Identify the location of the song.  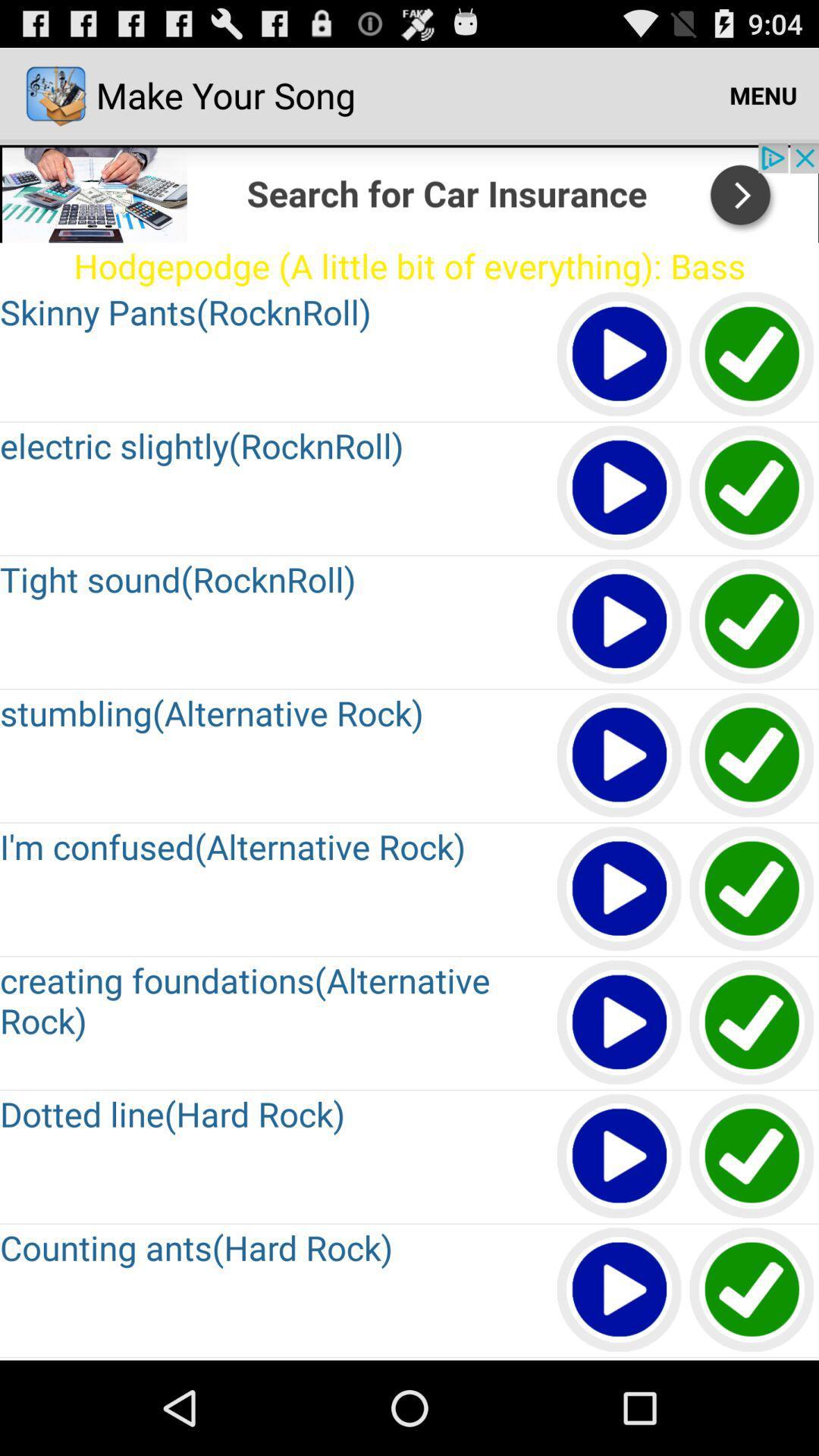
(620, 354).